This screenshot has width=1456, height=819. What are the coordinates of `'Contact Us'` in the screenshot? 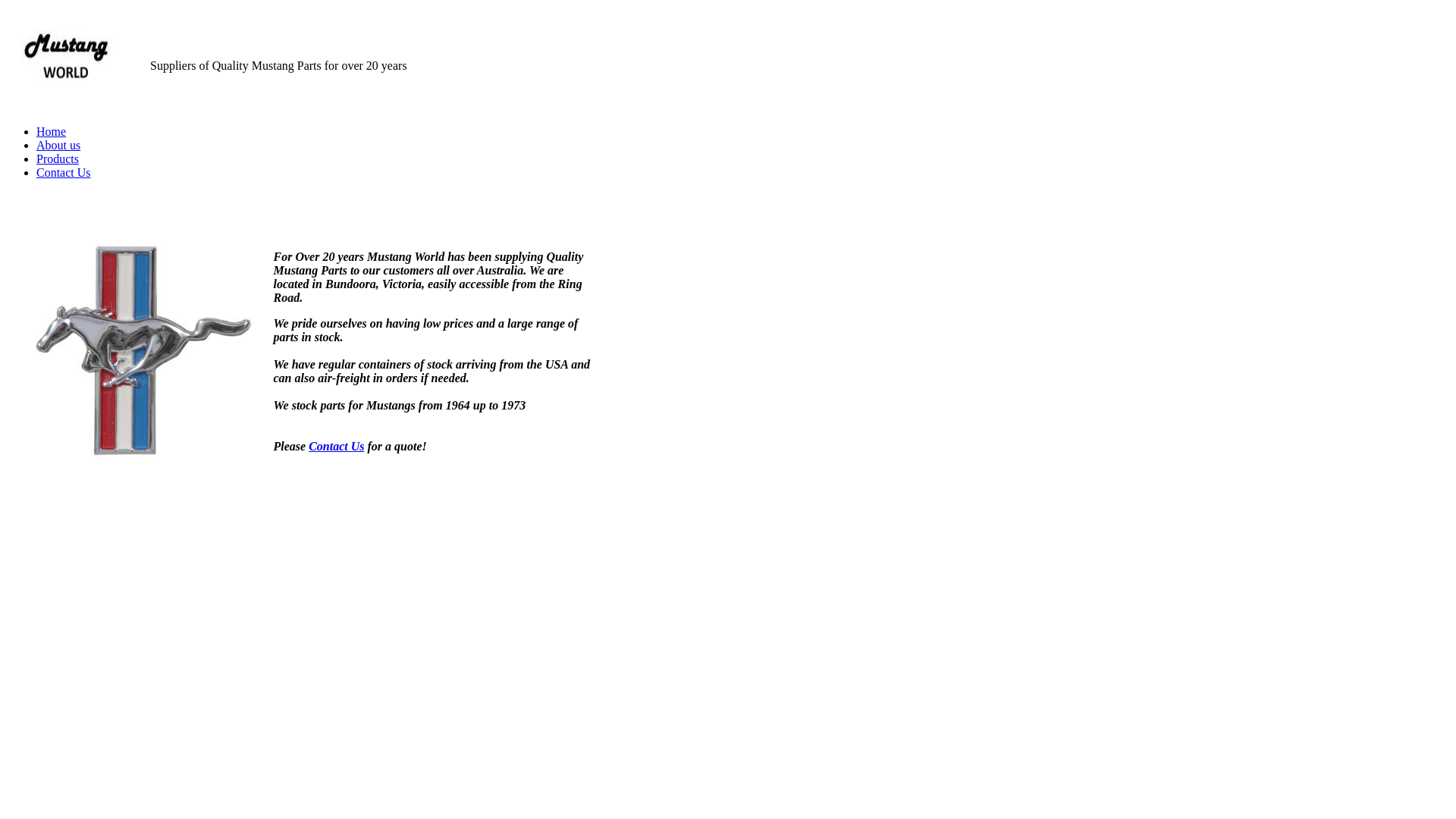 It's located at (62, 171).